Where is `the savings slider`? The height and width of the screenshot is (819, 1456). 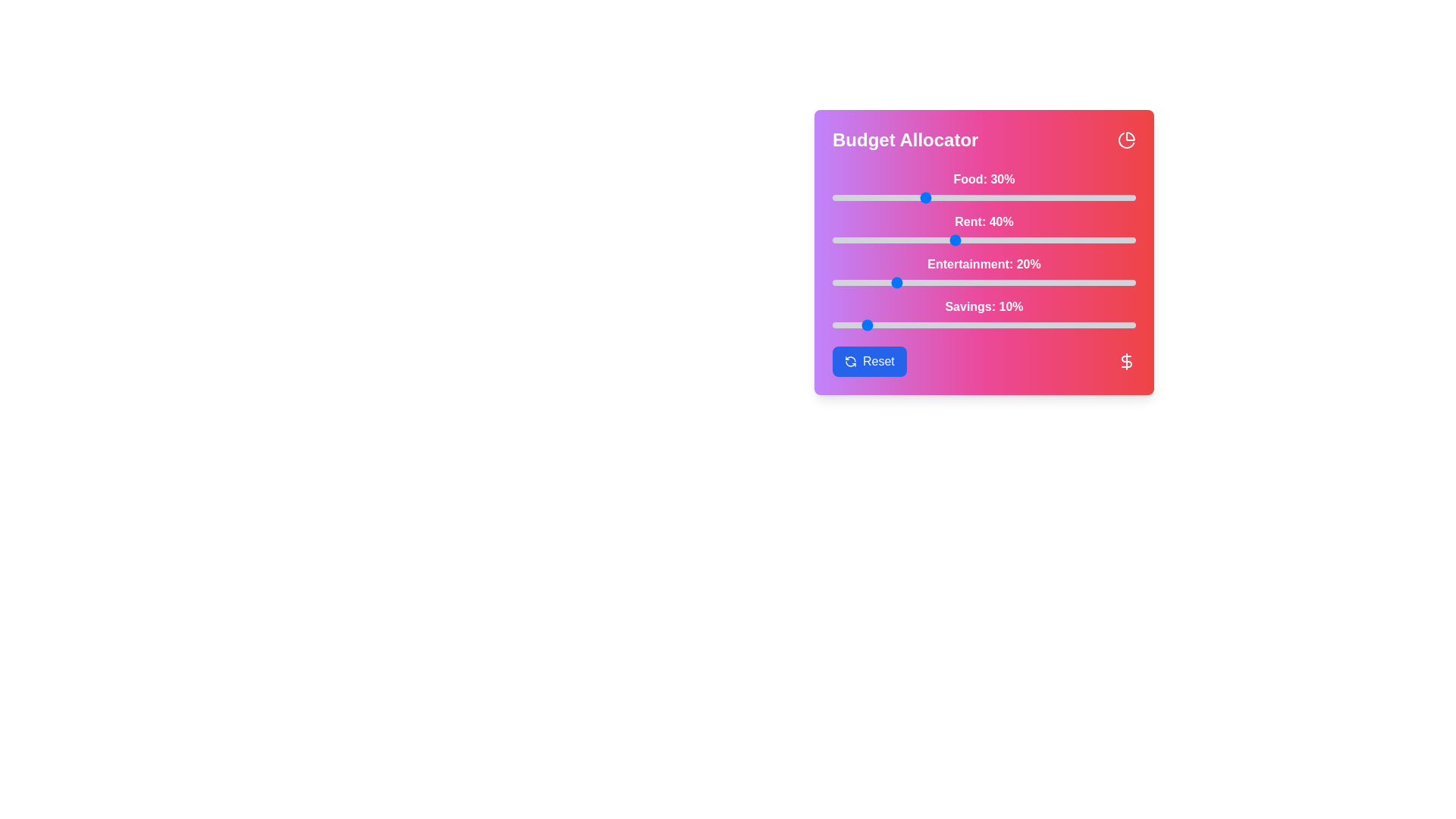
the savings slider is located at coordinates (1132, 324).